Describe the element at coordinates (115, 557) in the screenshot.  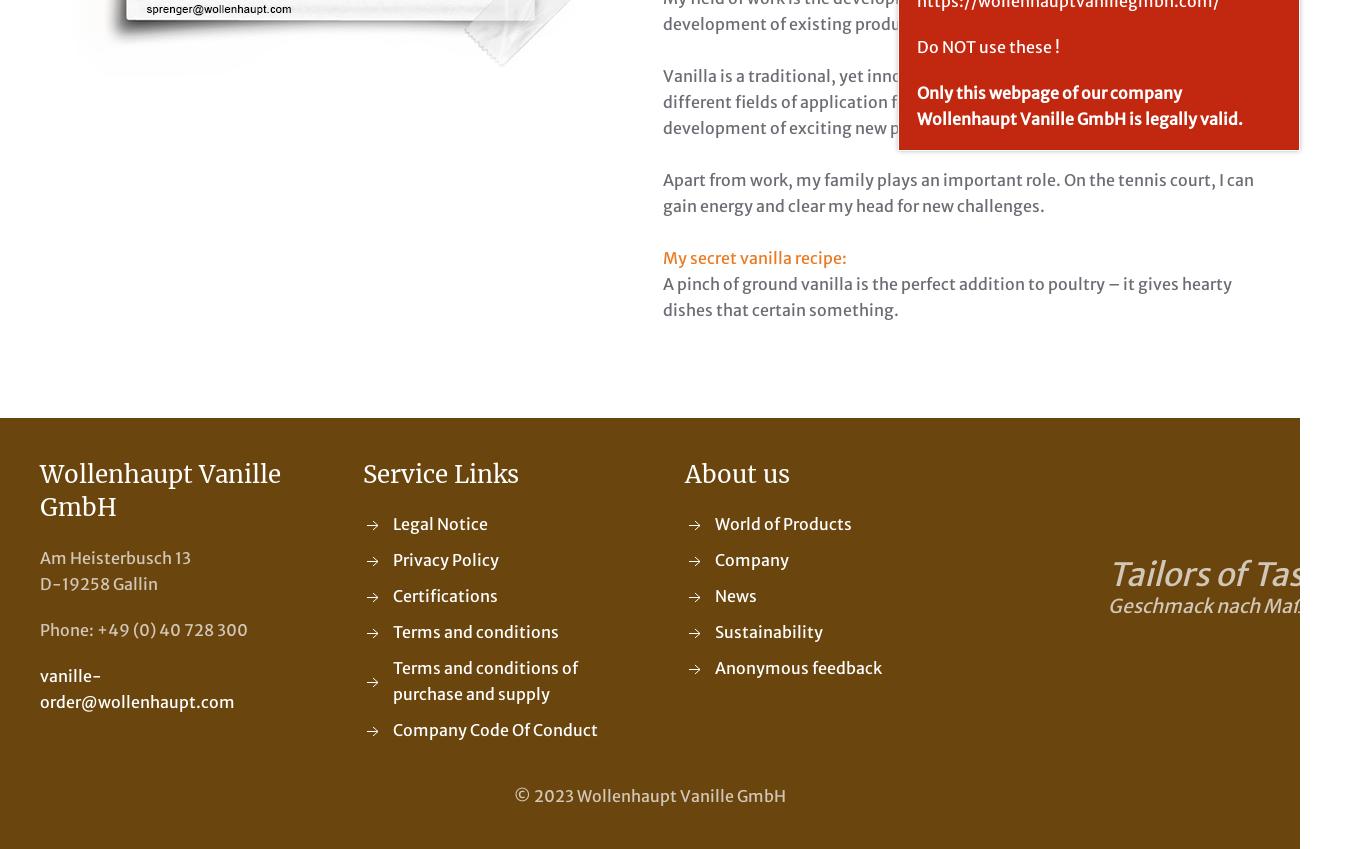
I see `'Am Heisterbusch 13'` at that location.